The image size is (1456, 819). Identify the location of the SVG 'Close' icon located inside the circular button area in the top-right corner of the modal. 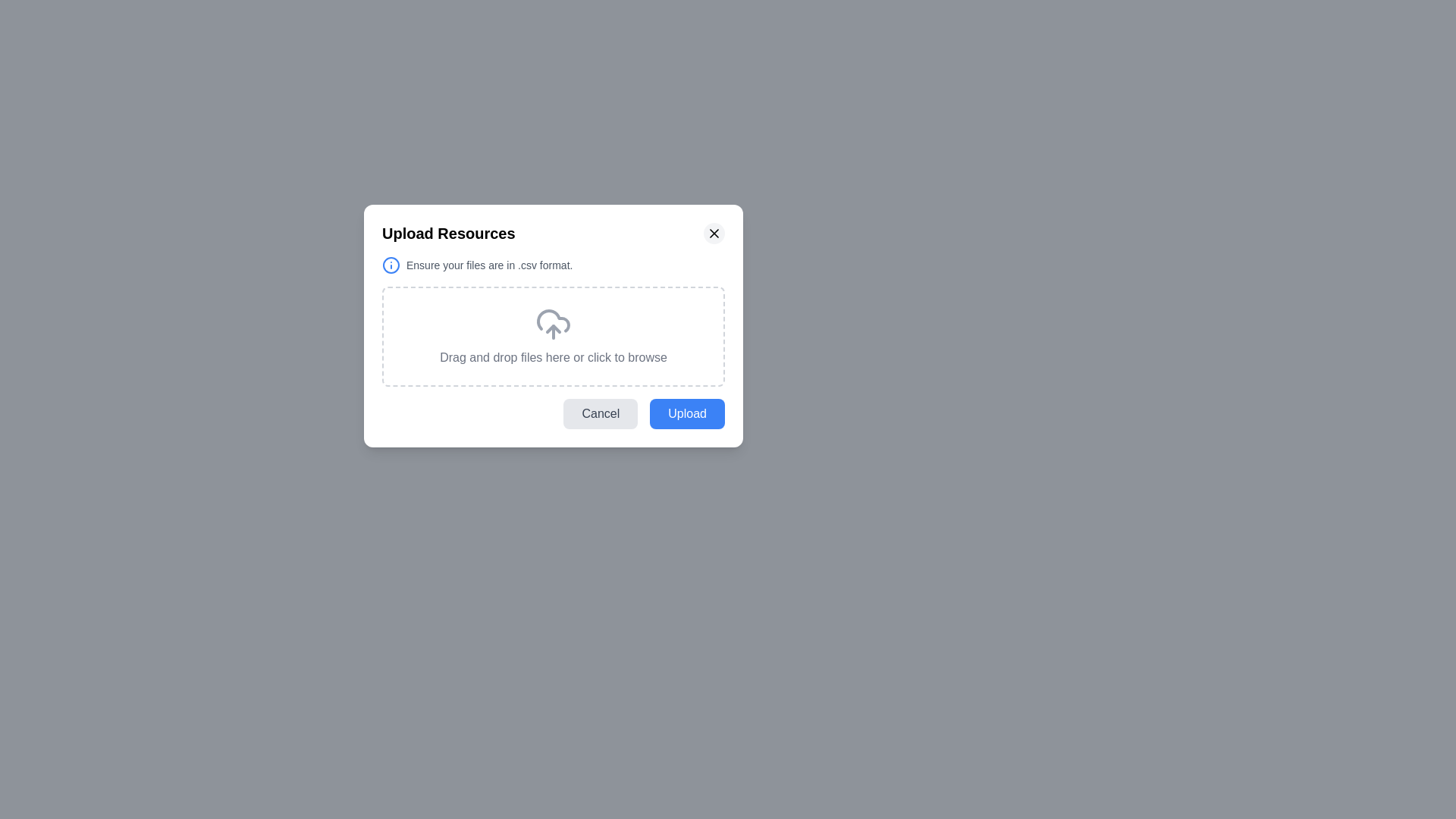
(713, 234).